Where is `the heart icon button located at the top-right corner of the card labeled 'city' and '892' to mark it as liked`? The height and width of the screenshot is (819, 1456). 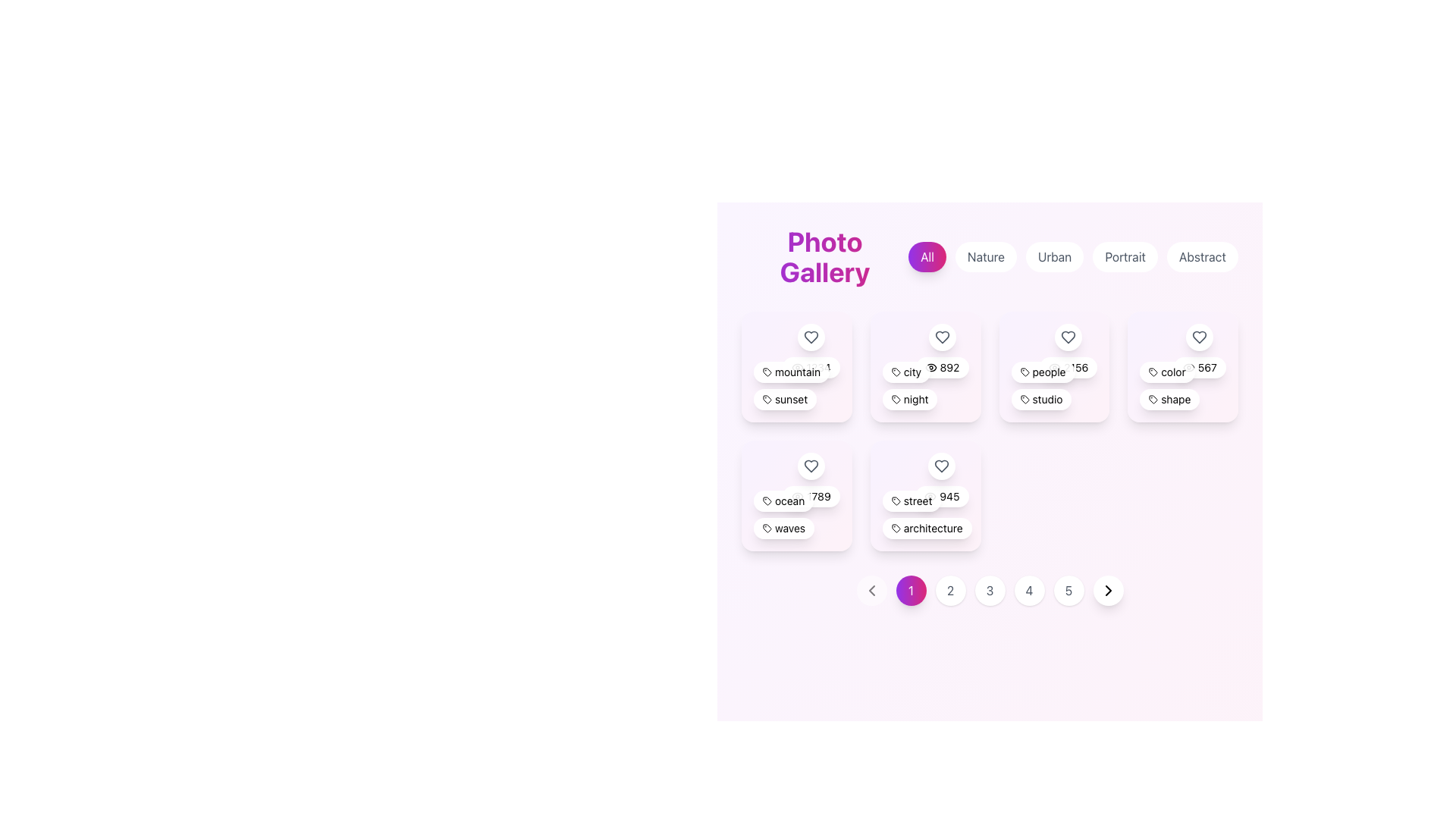
the heart icon button located at the top-right corner of the card labeled 'city' and '892' to mark it as liked is located at coordinates (941, 350).